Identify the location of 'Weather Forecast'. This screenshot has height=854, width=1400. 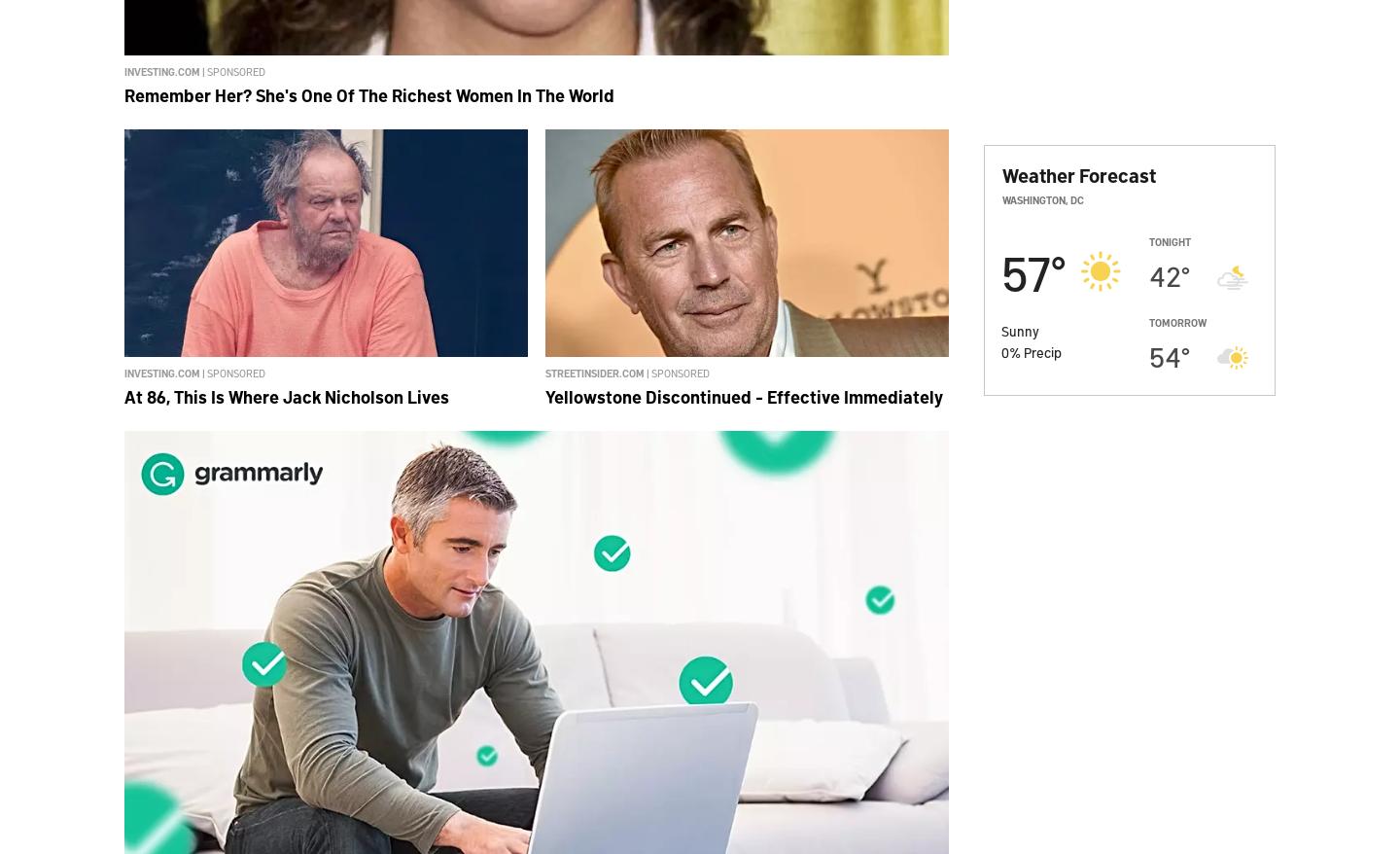
(1077, 173).